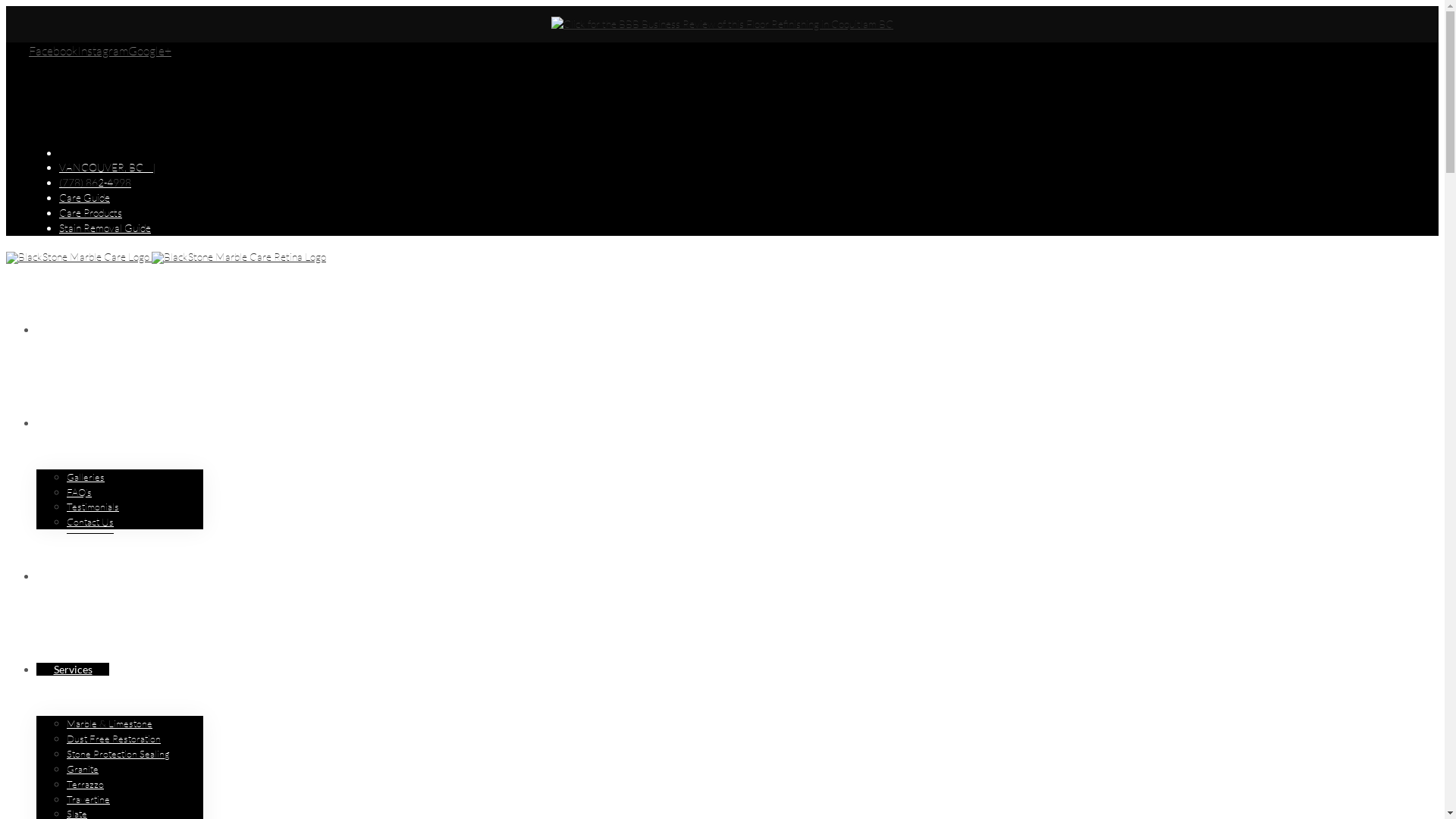  I want to click on '(778) 862-4998', so click(94, 181).